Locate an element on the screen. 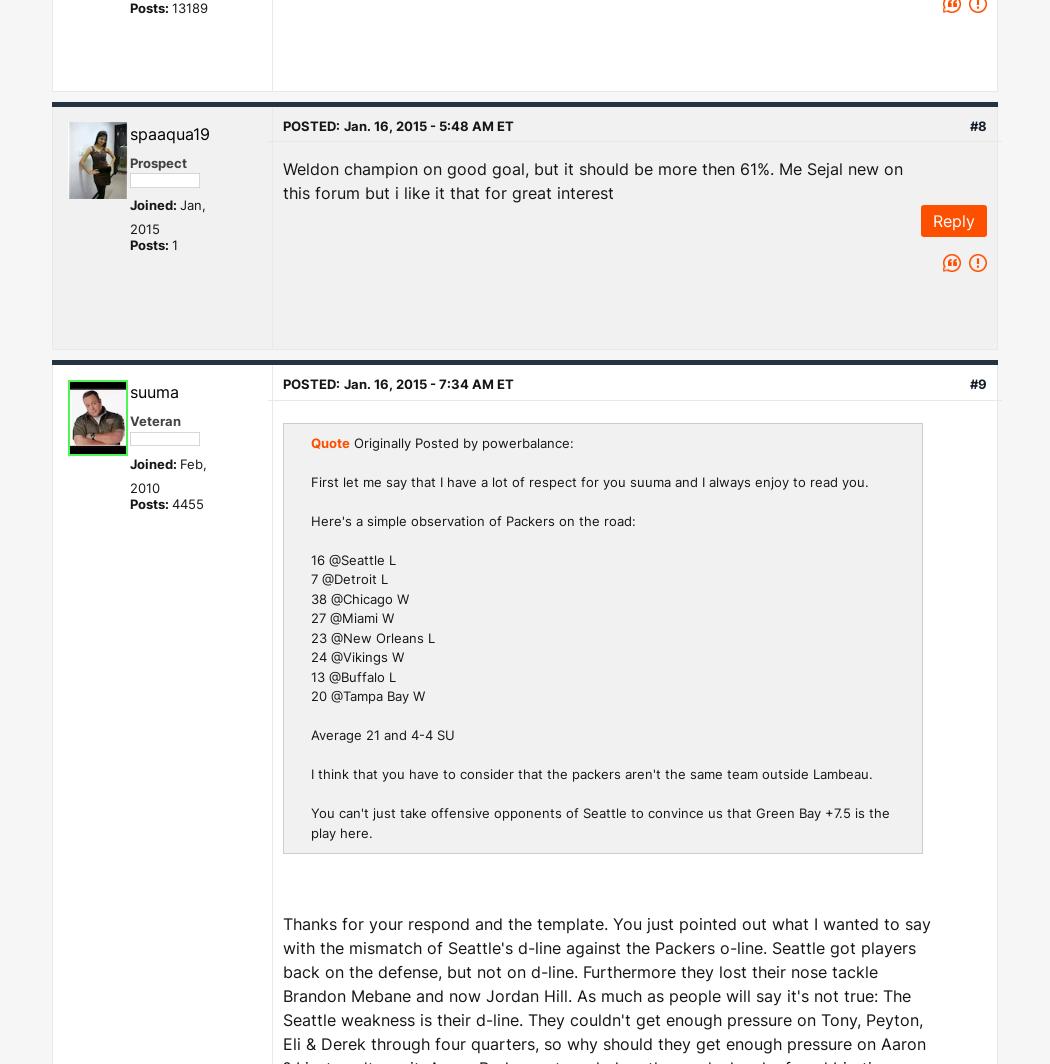  '4455' is located at coordinates (187, 502).